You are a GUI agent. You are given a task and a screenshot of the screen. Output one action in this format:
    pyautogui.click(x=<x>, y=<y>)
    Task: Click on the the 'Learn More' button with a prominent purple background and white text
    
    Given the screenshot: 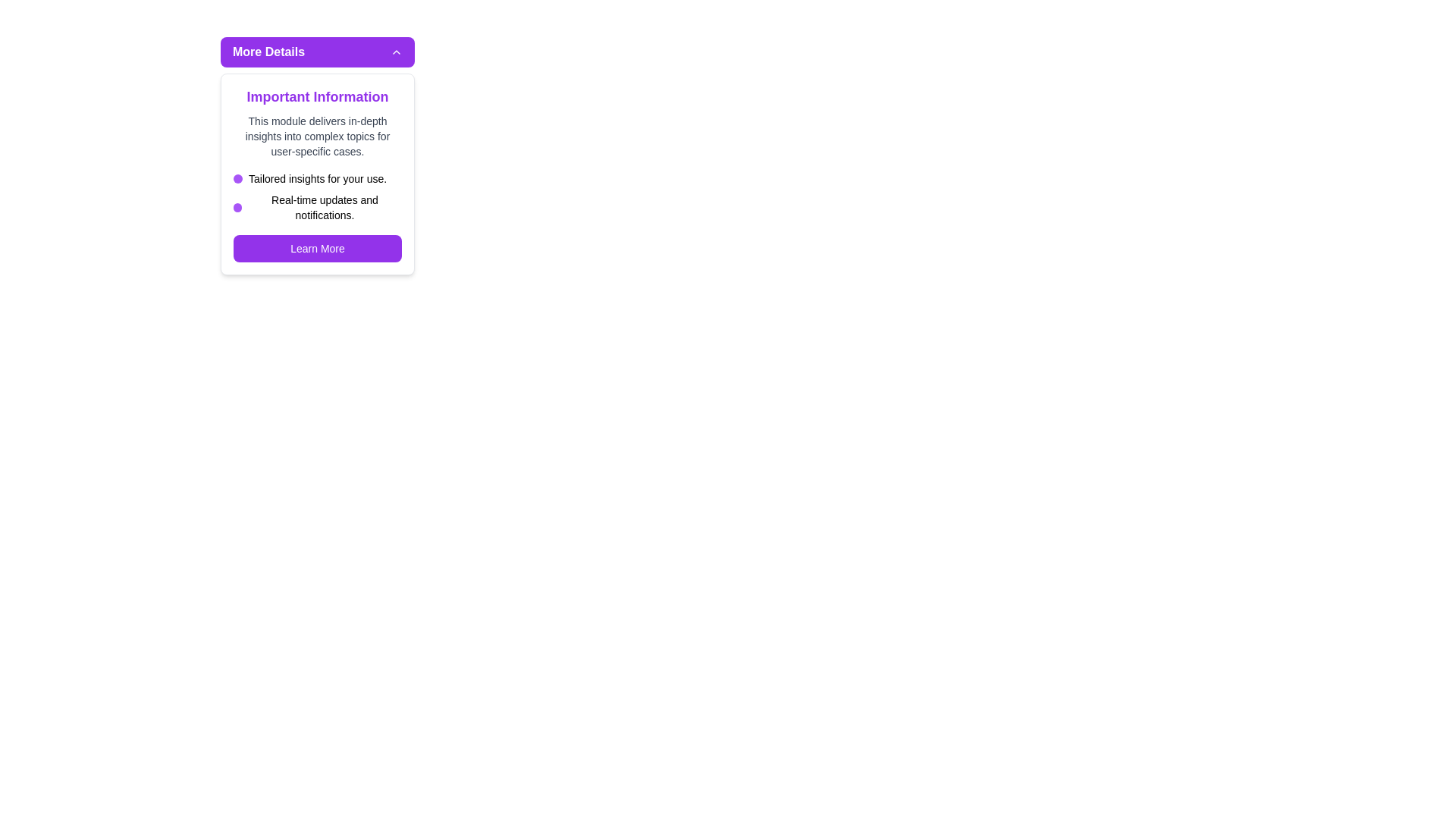 What is the action you would take?
    pyautogui.click(x=316, y=247)
    